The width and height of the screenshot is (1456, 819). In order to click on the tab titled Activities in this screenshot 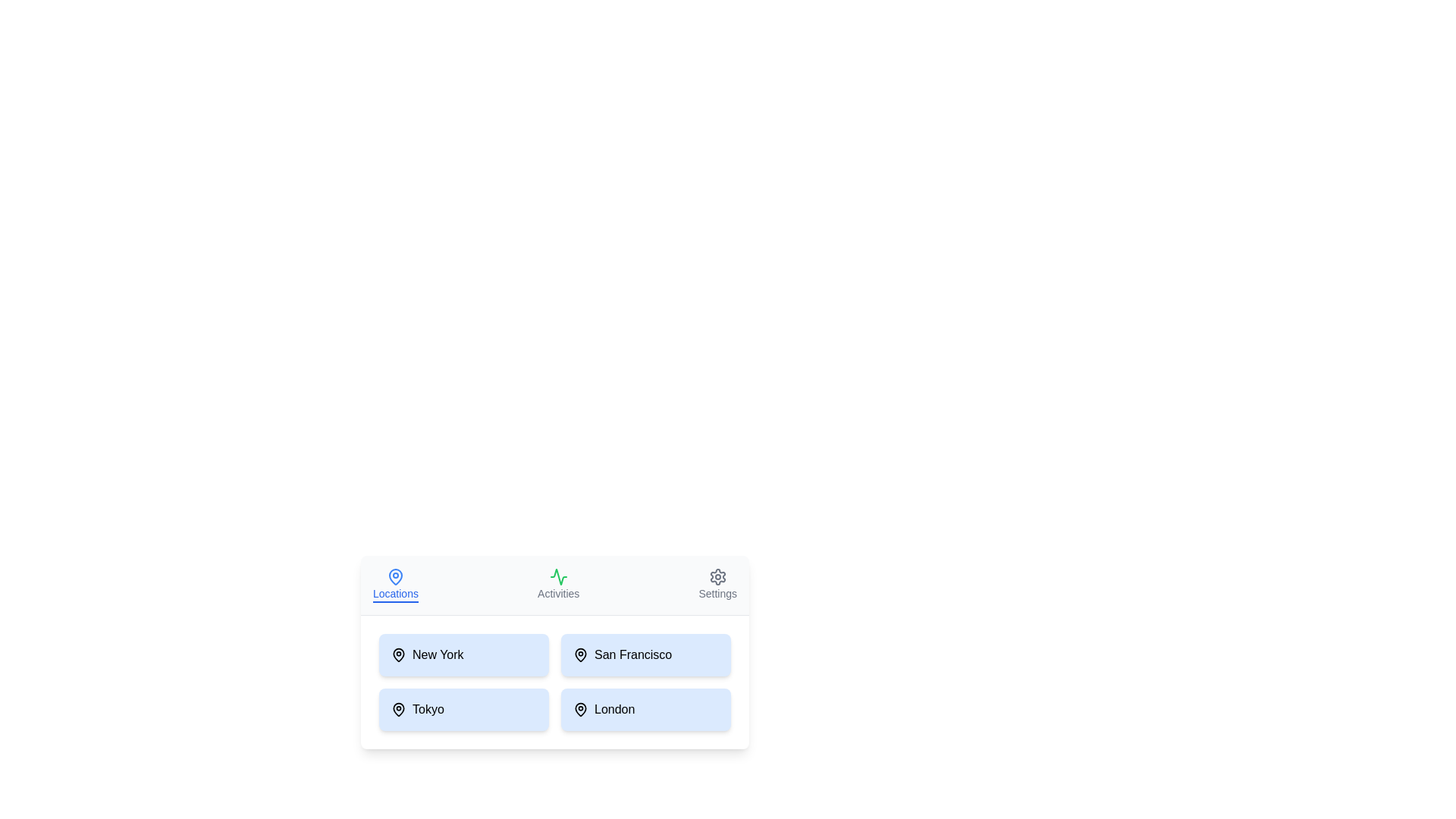, I will do `click(557, 584)`.